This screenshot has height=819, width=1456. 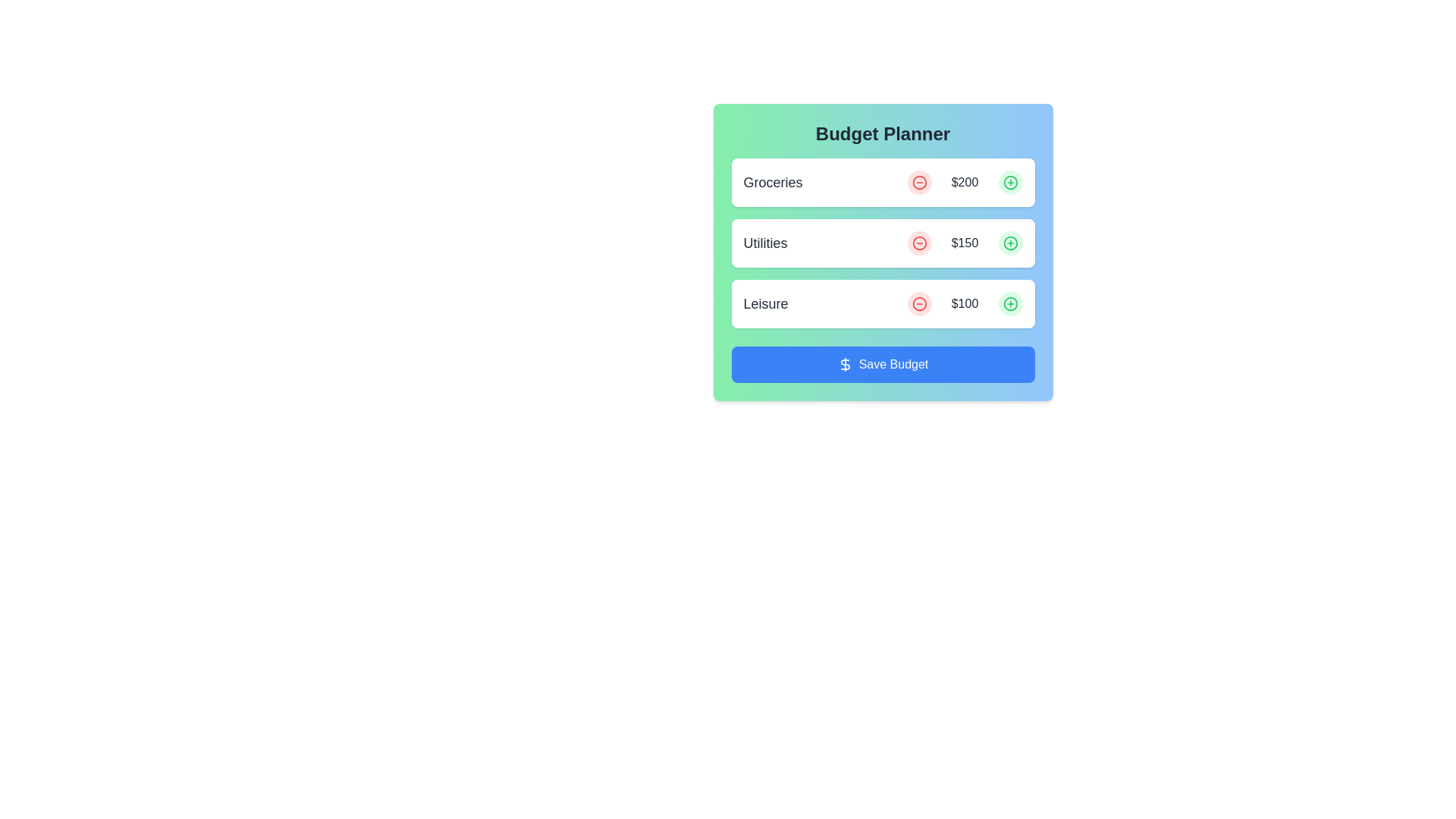 What do you see at coordinates (918, 304) in the screenshot?
I see `the circular button with a minus icon that decreases the '$100' value in the 'Leisure' category` at bounding box center [918, 304].